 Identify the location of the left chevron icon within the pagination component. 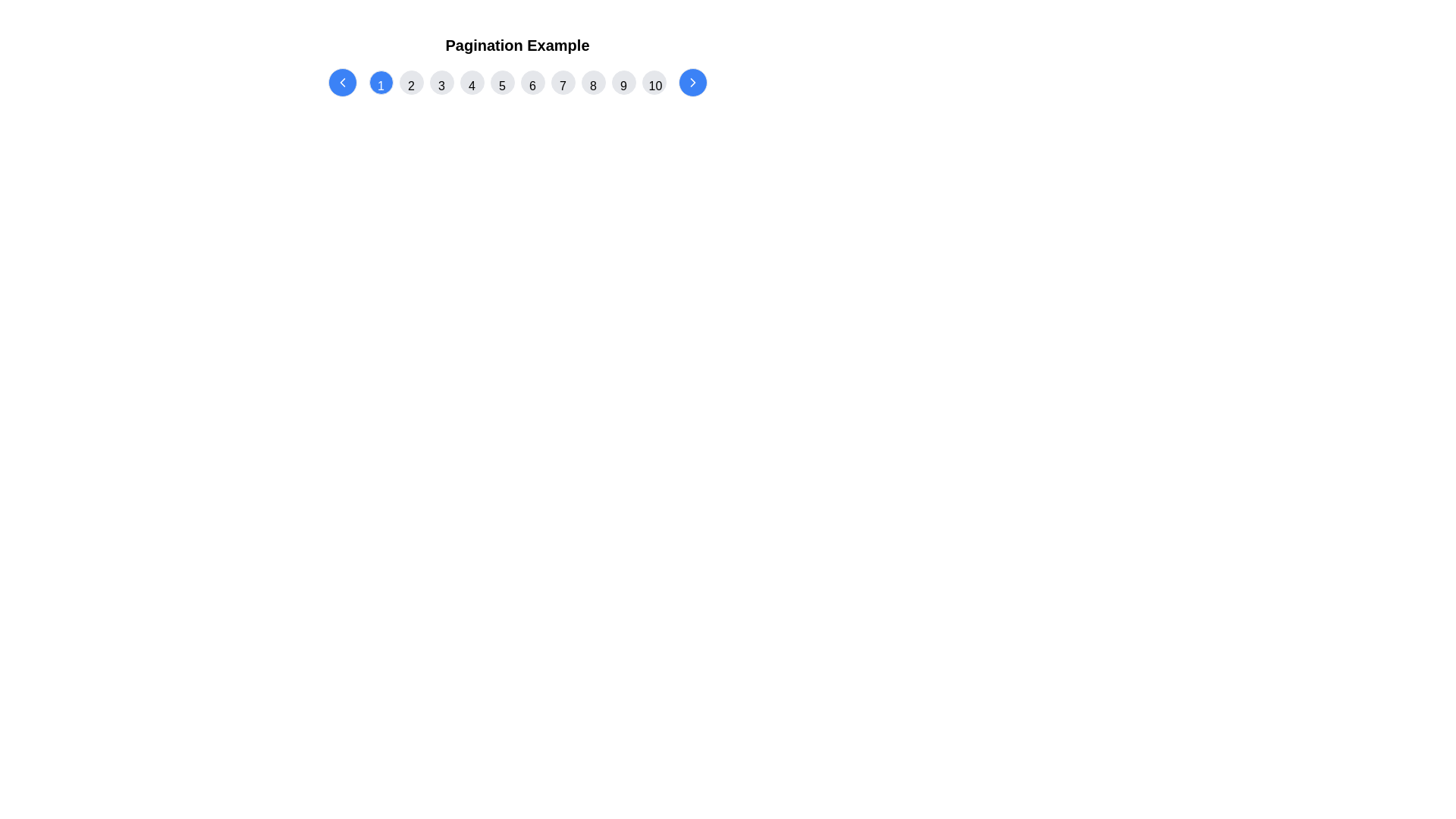
(341, 82).